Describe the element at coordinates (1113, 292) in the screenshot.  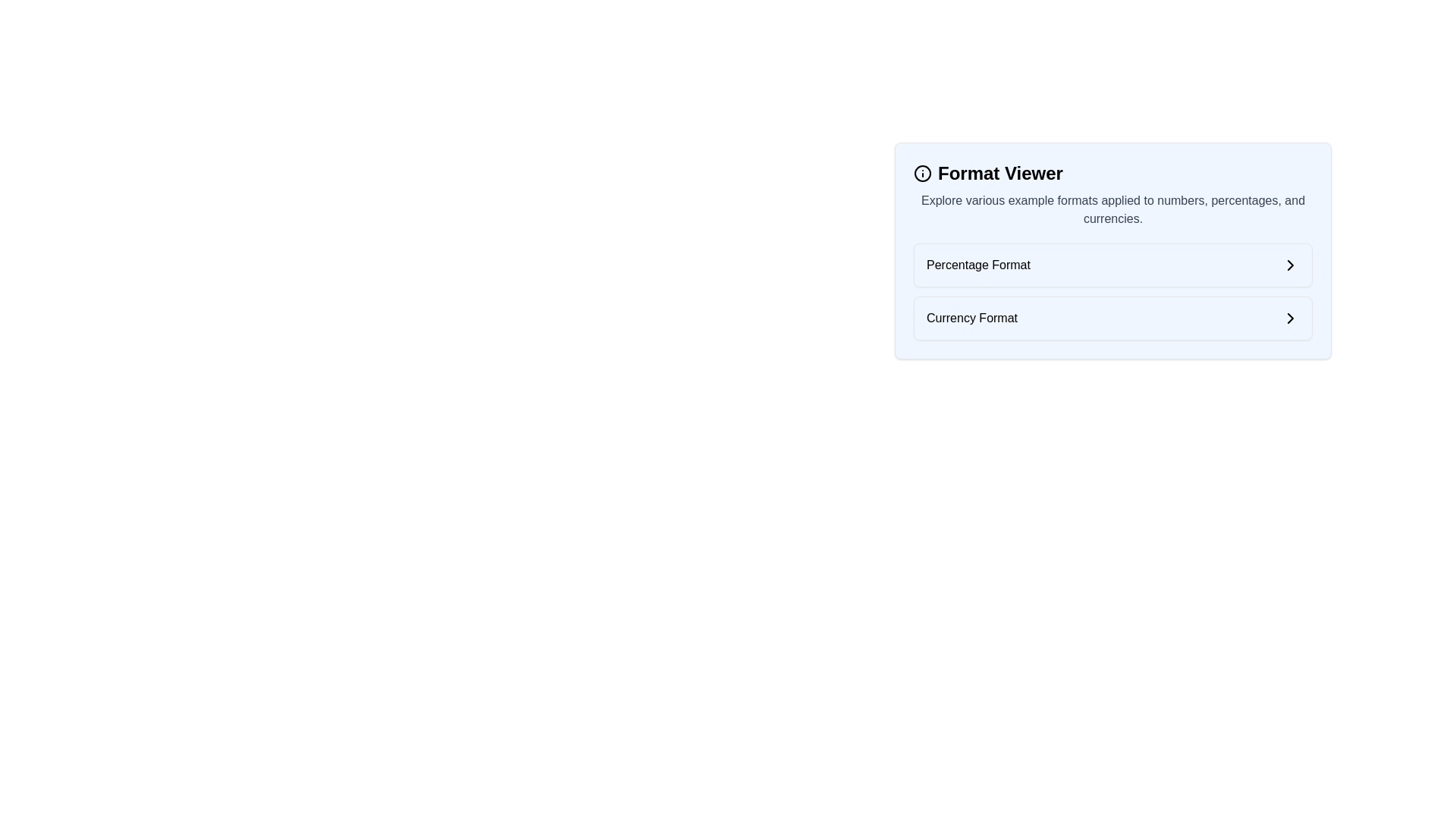
I see `the 'Format Viewer' menu item list` at that location.